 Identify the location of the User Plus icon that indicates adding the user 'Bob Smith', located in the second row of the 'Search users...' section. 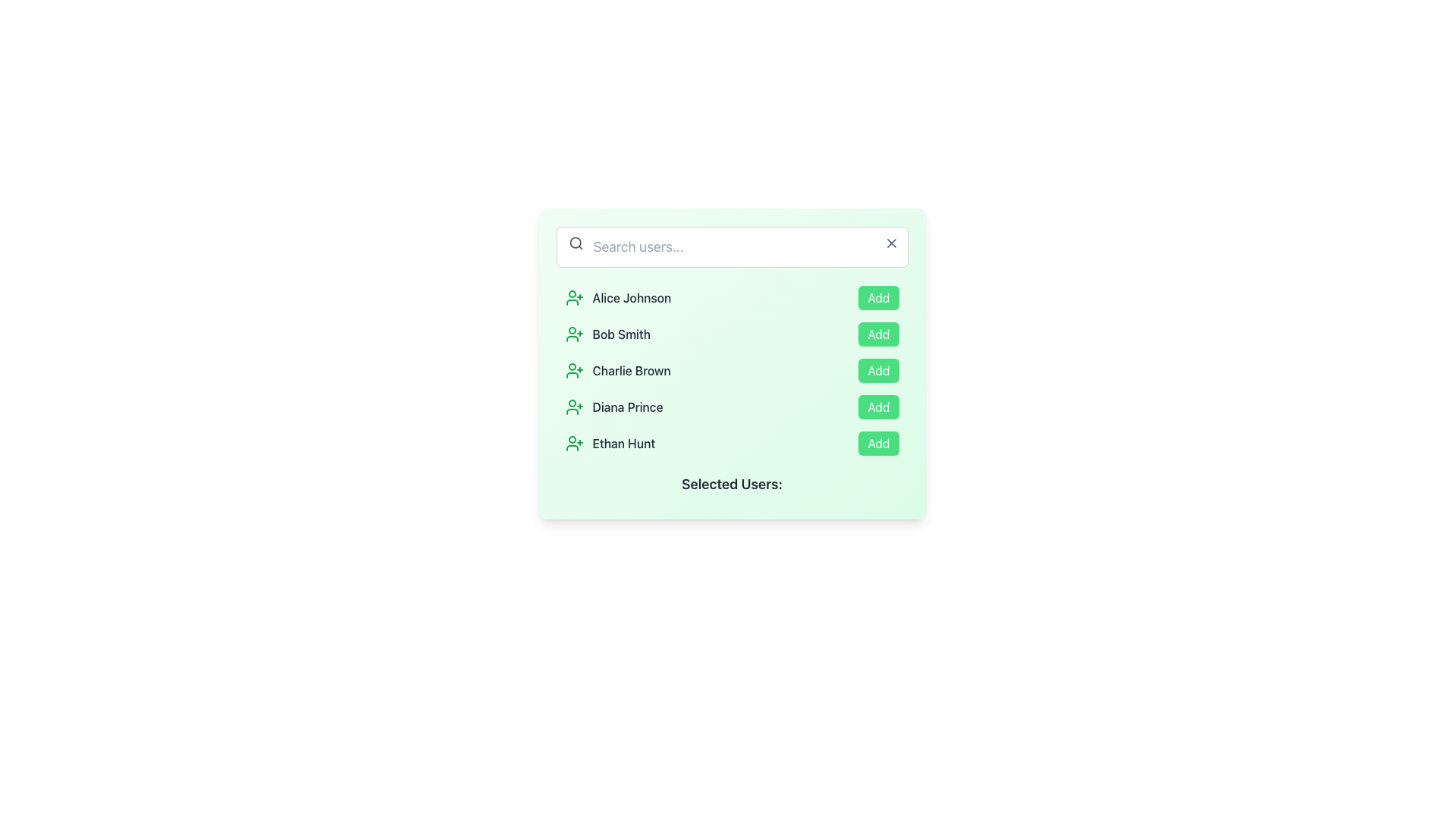
(573, 333).